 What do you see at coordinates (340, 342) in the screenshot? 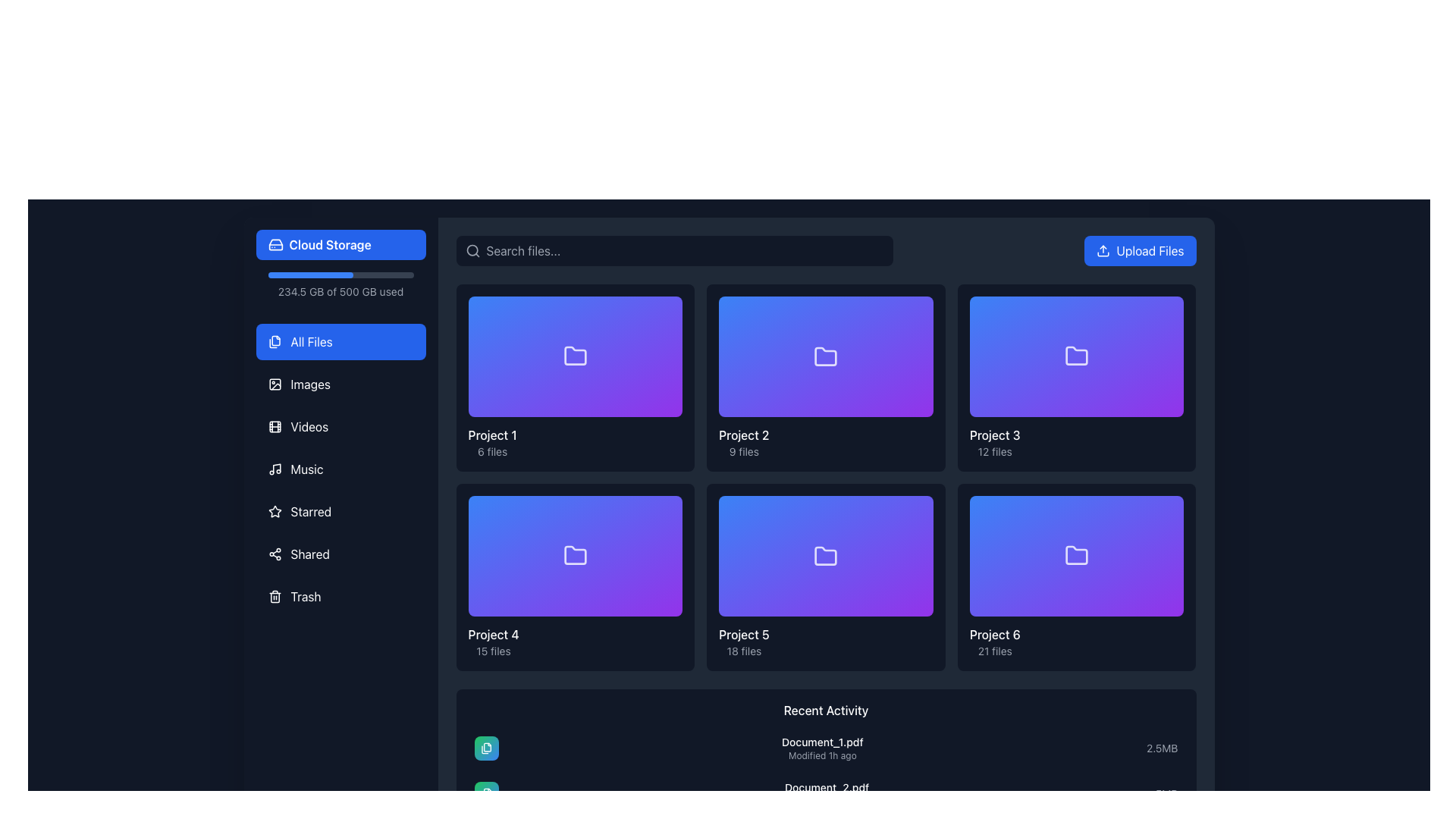
I see `the second navigation button in the vertical menu on the left sidebar` at bounding box center [340, 342].